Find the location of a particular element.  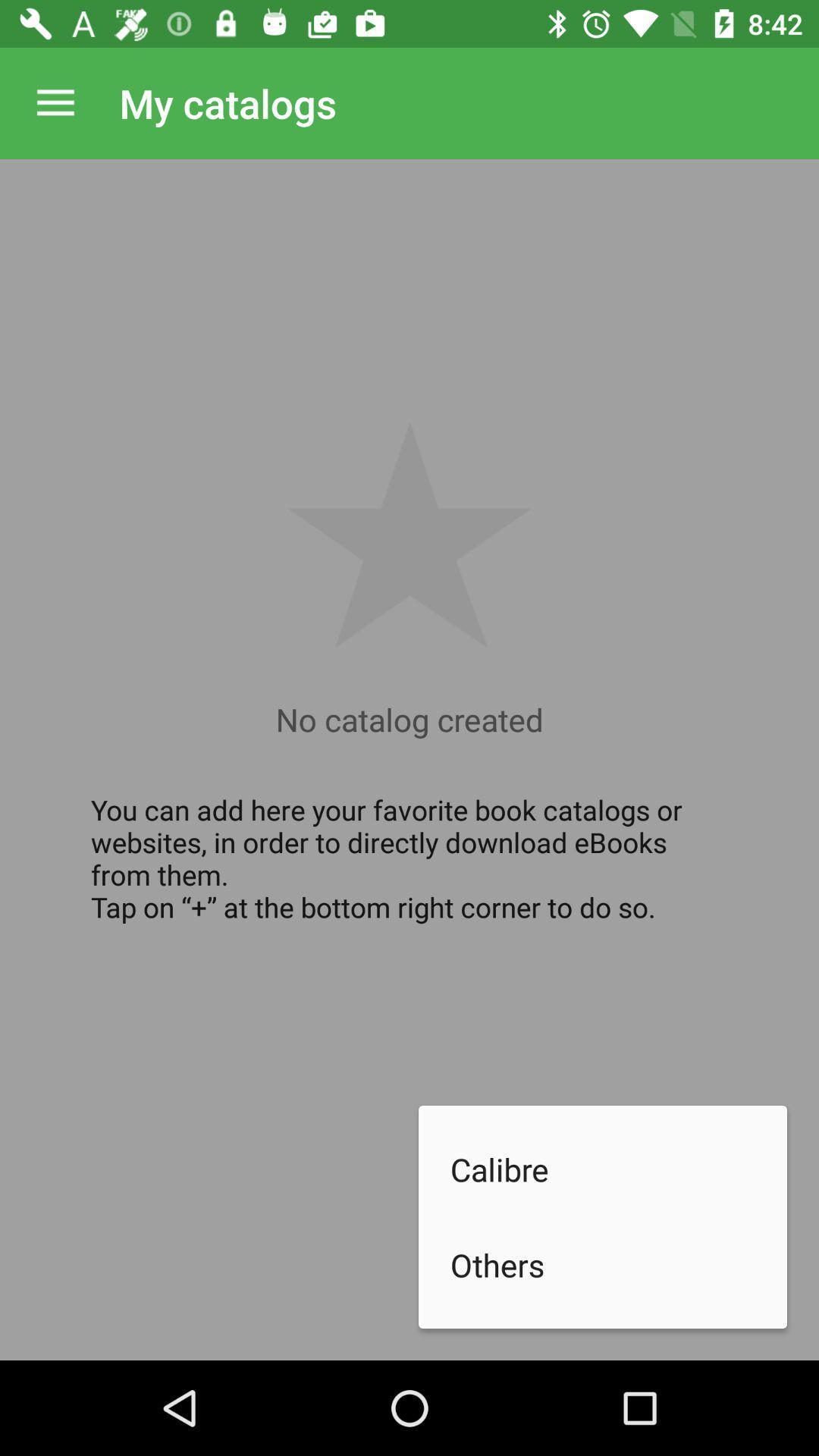

app to the left of my catalogs app is located at coordinates (55, 102).